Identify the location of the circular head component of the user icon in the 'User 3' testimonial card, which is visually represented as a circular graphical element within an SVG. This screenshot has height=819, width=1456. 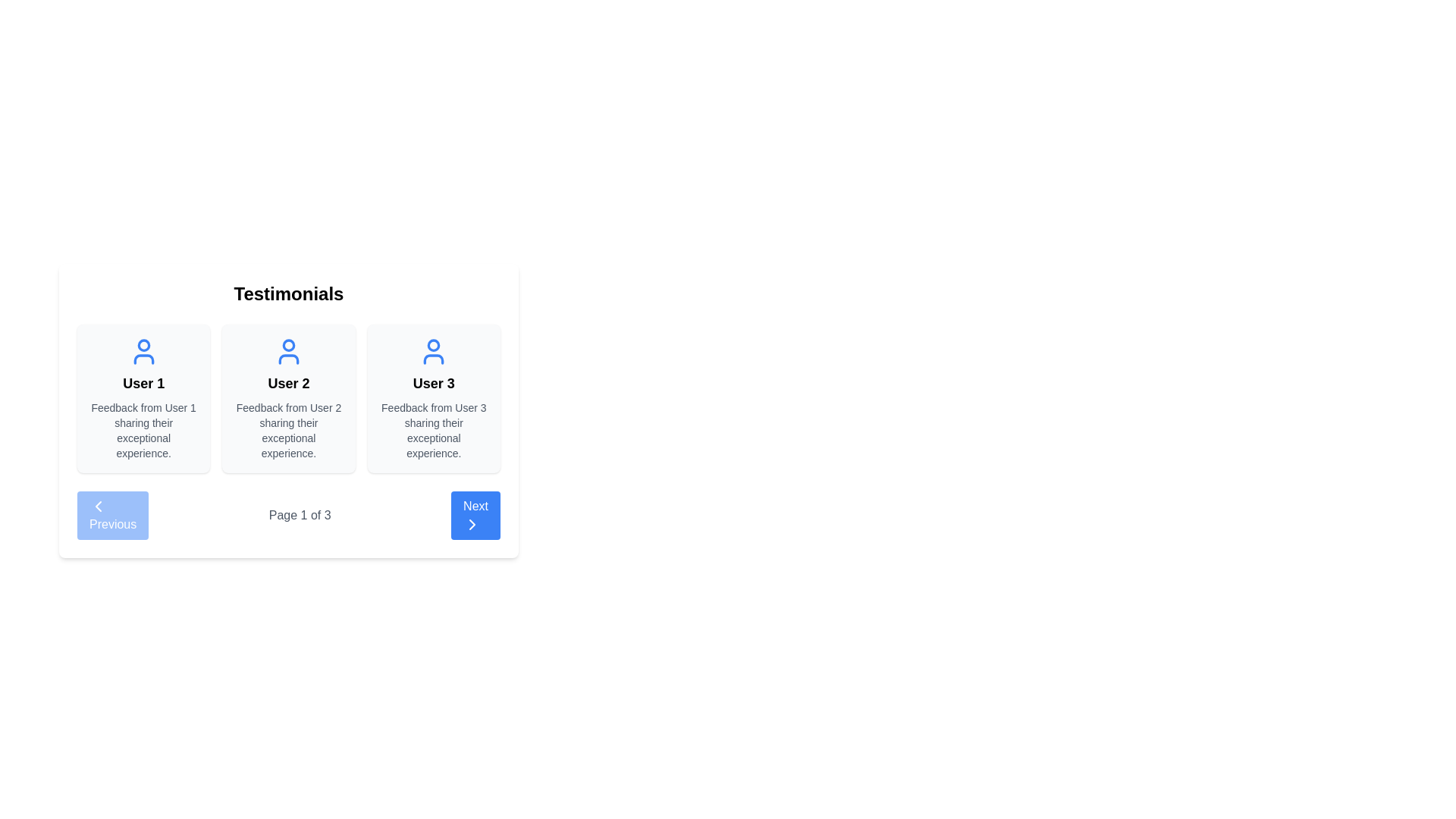
(433, 345).